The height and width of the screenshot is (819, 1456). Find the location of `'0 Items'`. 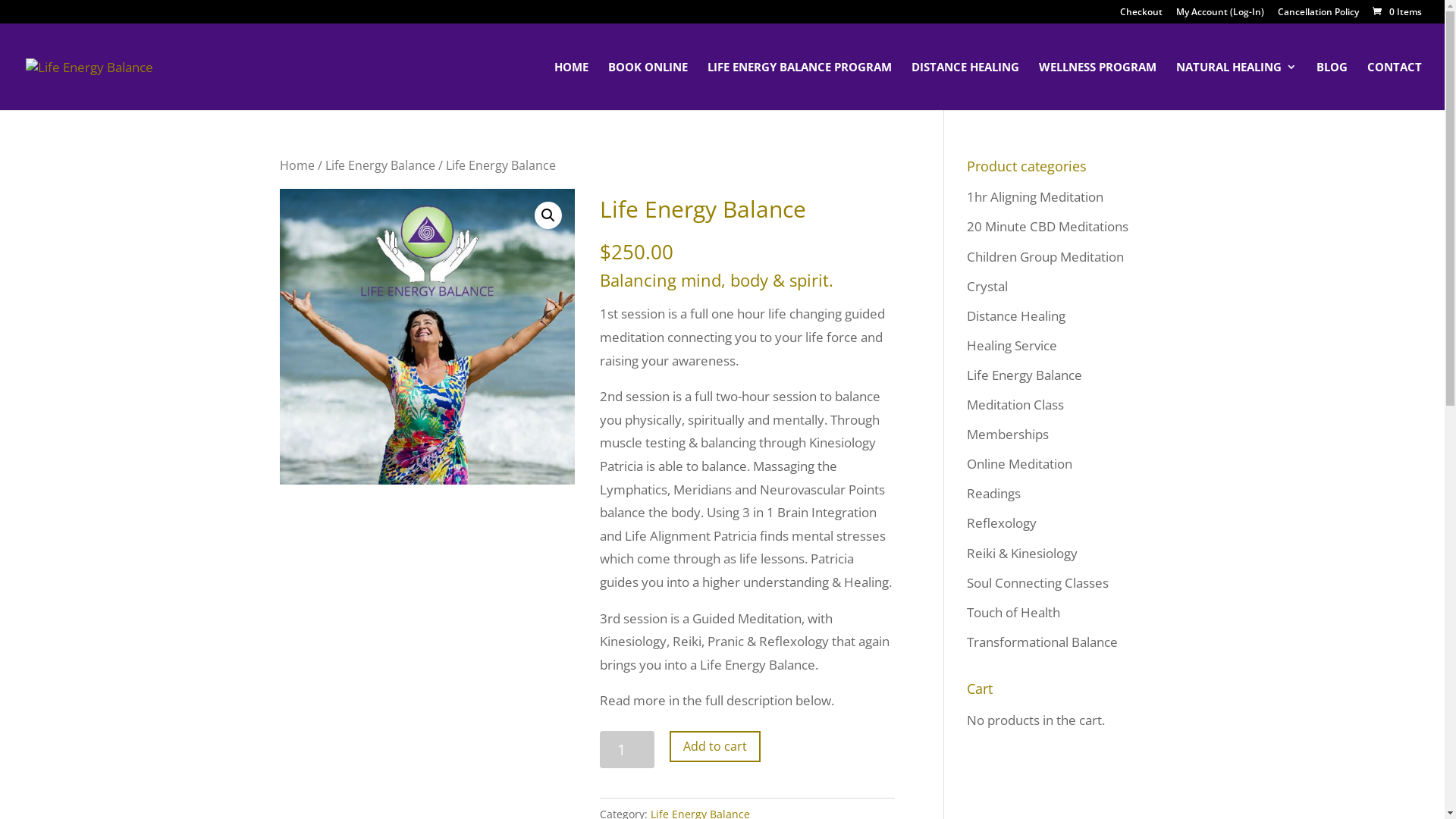

'0 Items' is located at coordinates (1395, 11).